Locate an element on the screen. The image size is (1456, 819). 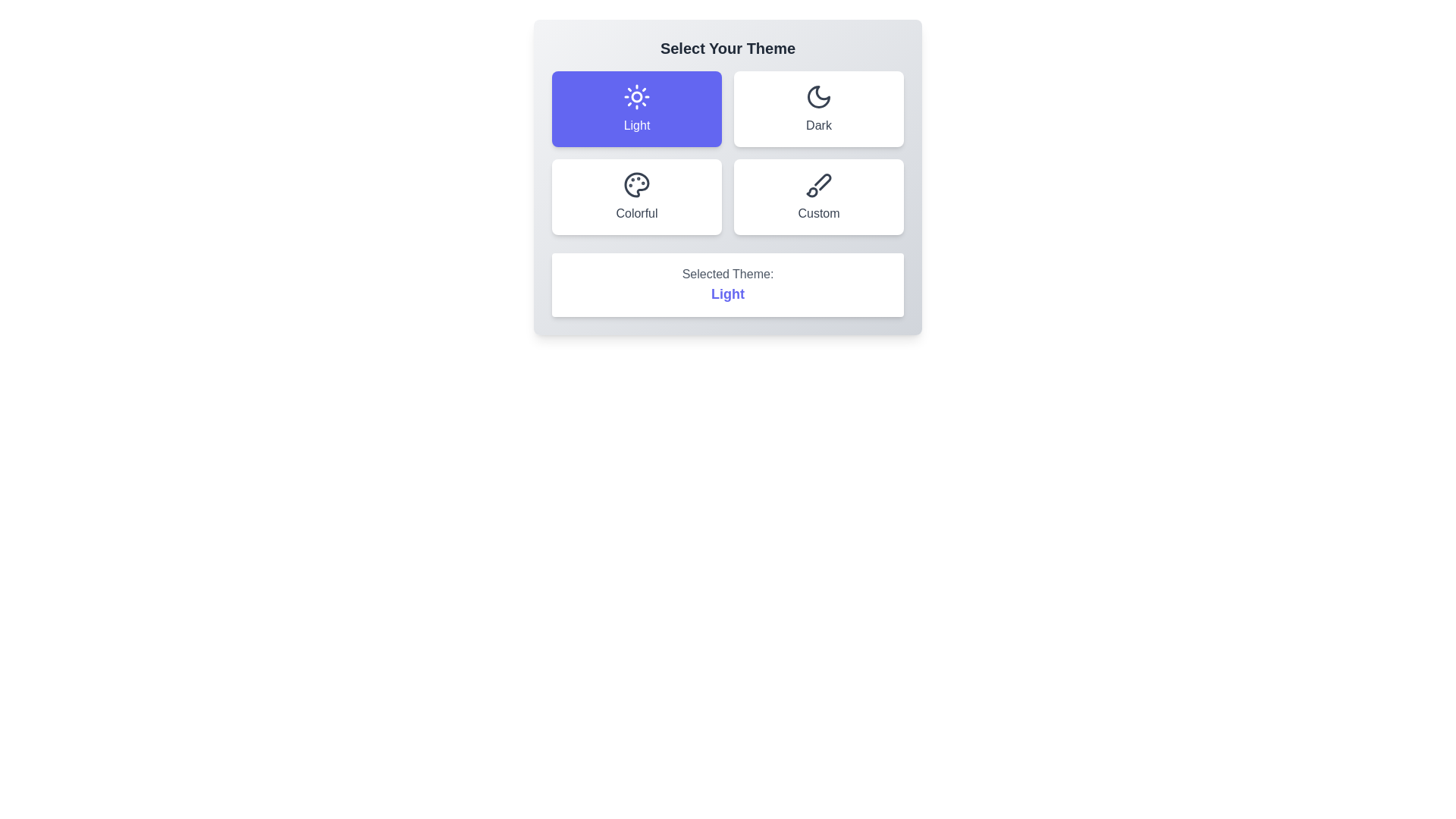
the theme button labeled Dark to observe the hover effect is located at coordinates (818, 108).